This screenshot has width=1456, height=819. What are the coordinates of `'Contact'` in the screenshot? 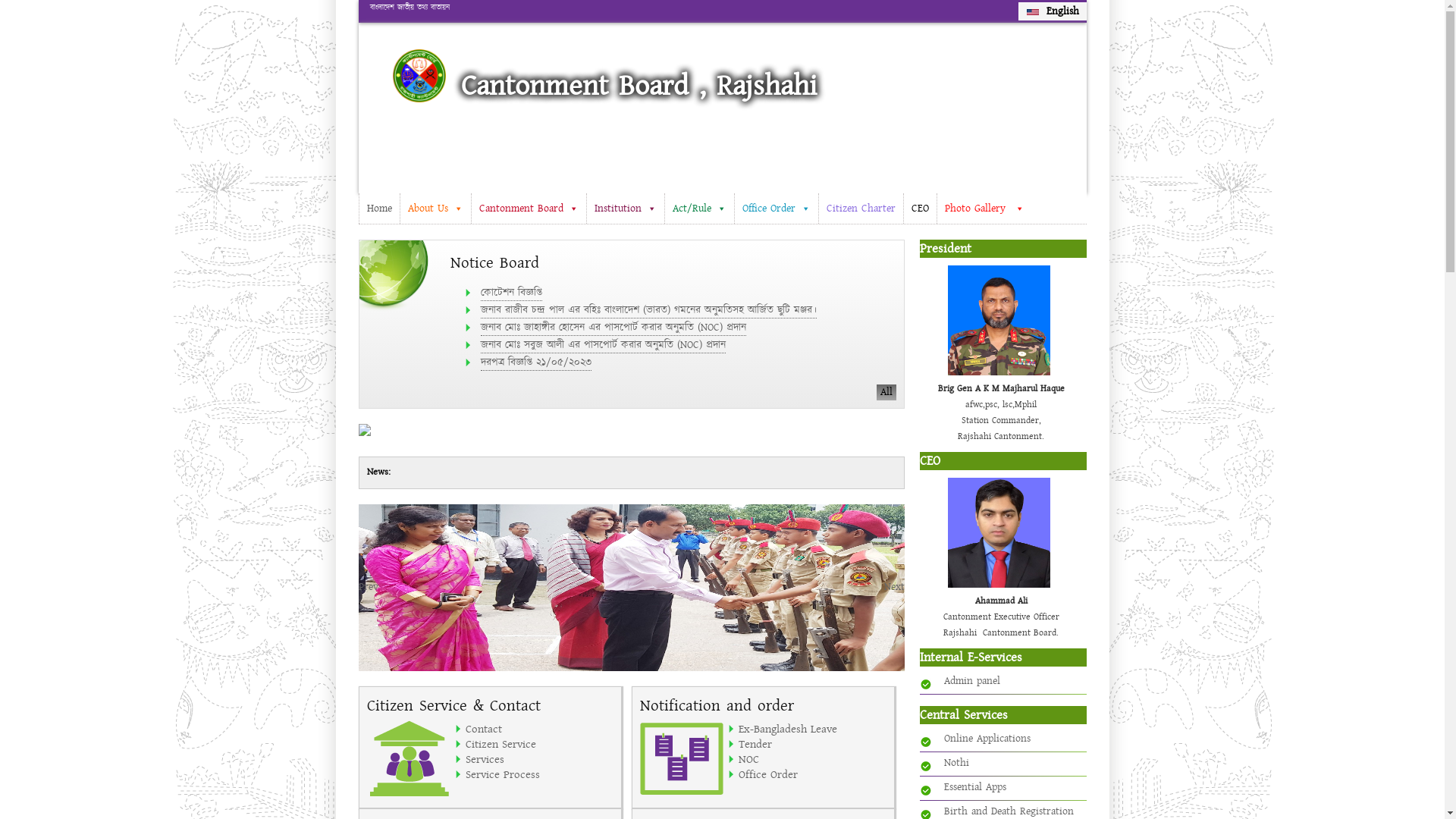 It's located at (539, 727).